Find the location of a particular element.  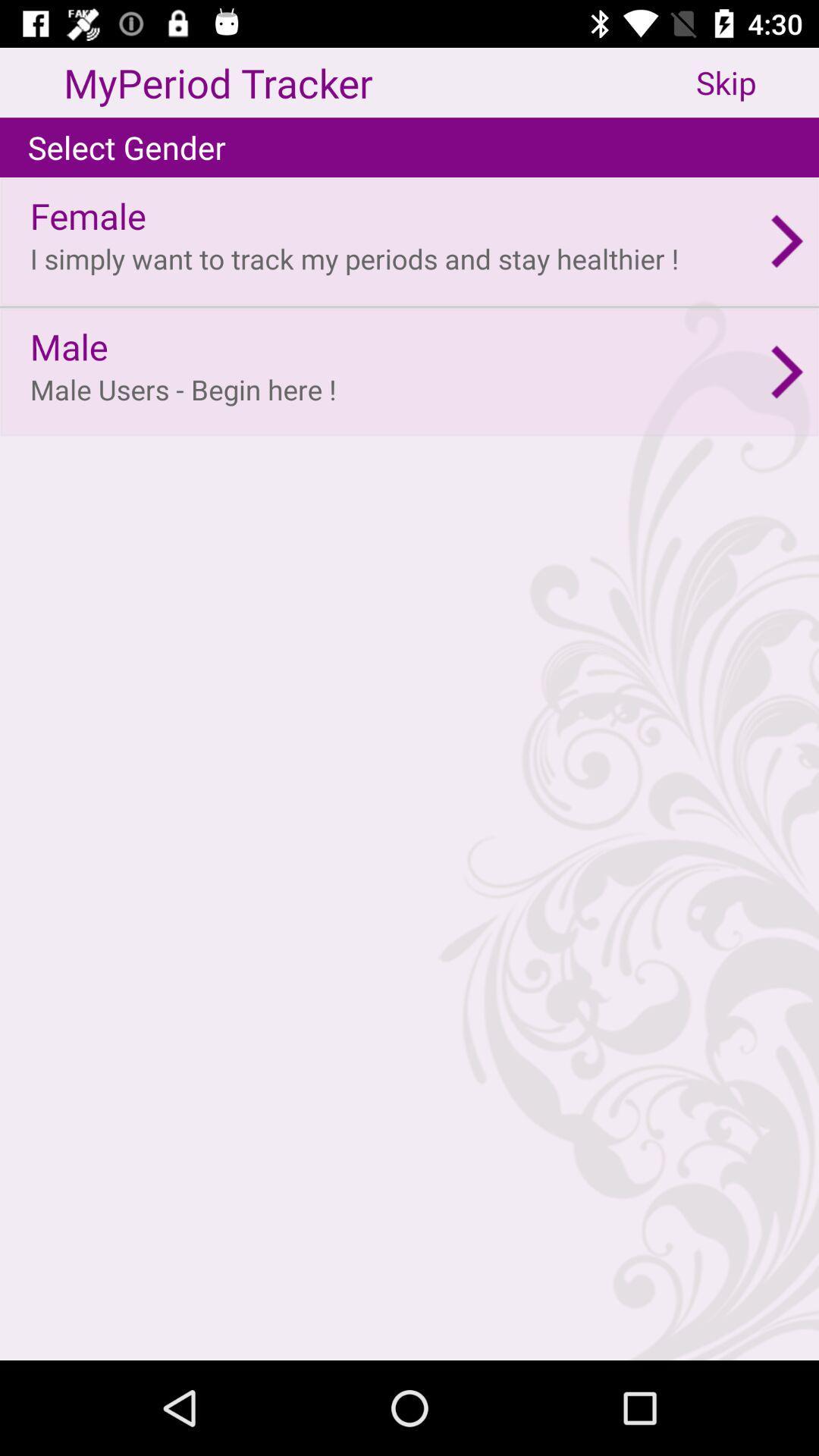

the skip app is located at coordinates (758, 82).